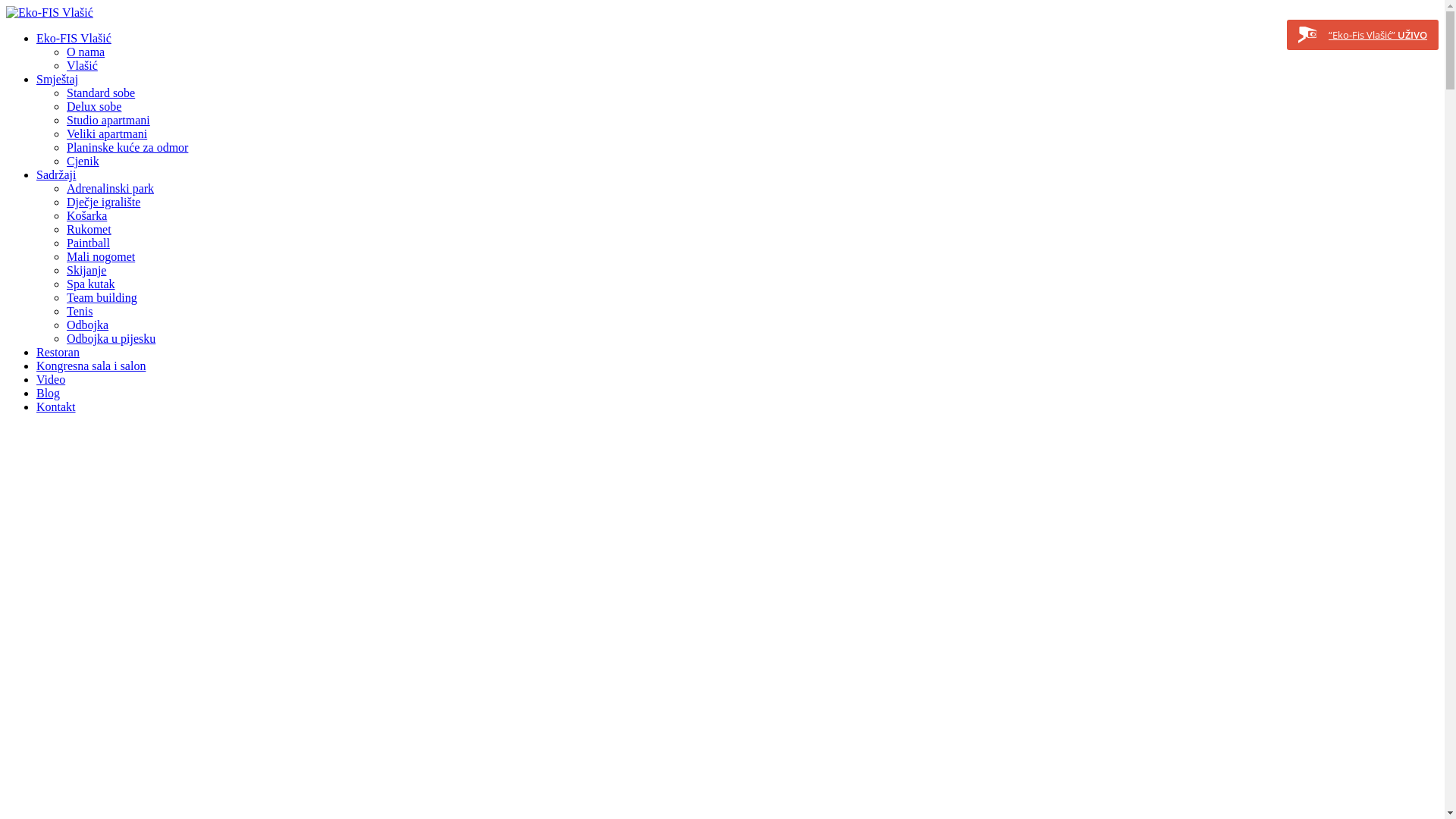 Image resolution: width=1456 pixels, height=819 pixels. What do you see at coordinates (65, 269) in the screenshot?
I see `'Skijanje'` at bounding box center [65, 269].